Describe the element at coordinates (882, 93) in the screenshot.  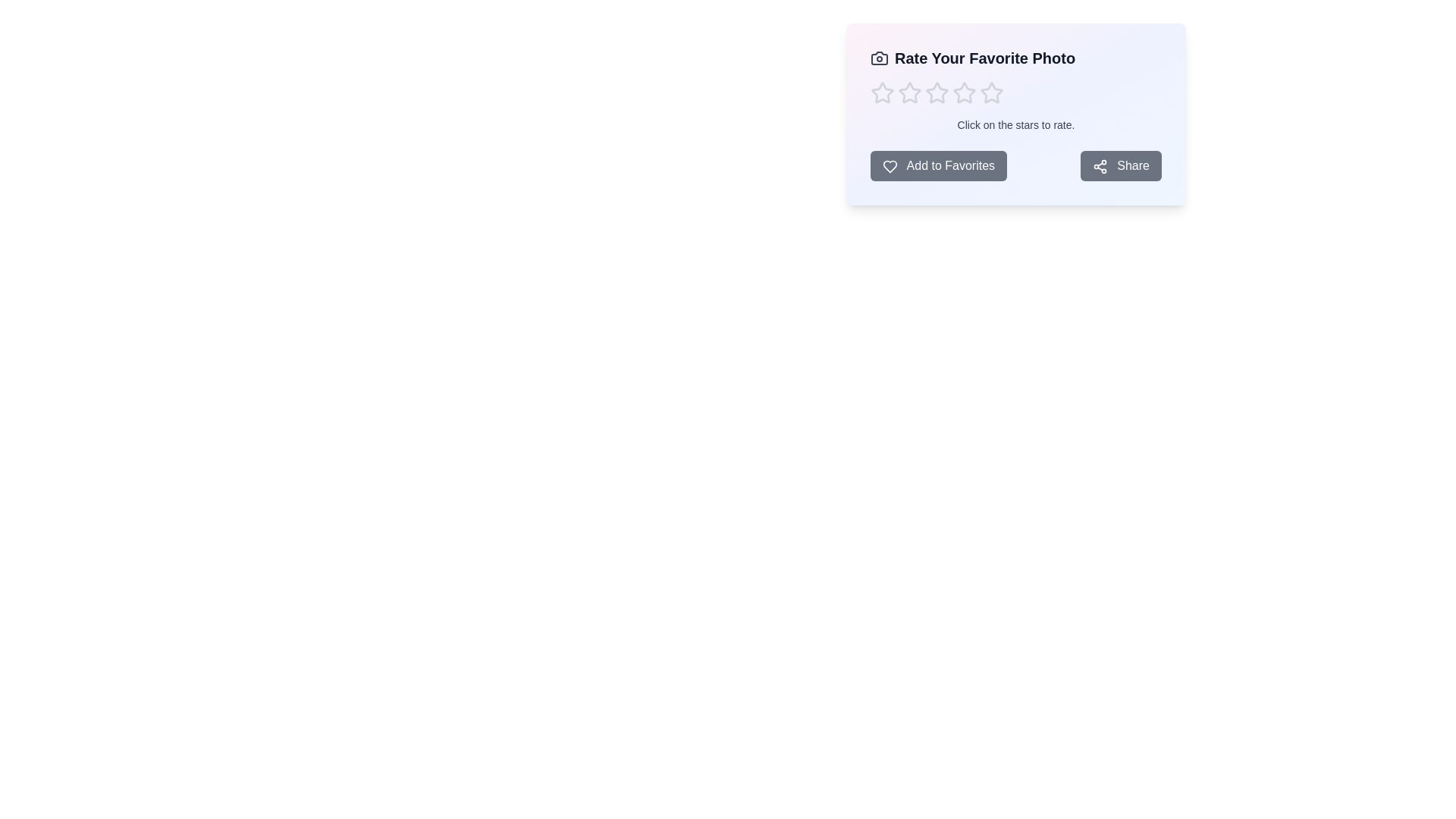
I see `the leftmost star rating button, which is the first in a sequence of five stars in the rating feature under the 'Rate Your Favorite Photo' header, to trigger a tooltip or visual feedback` at that location.